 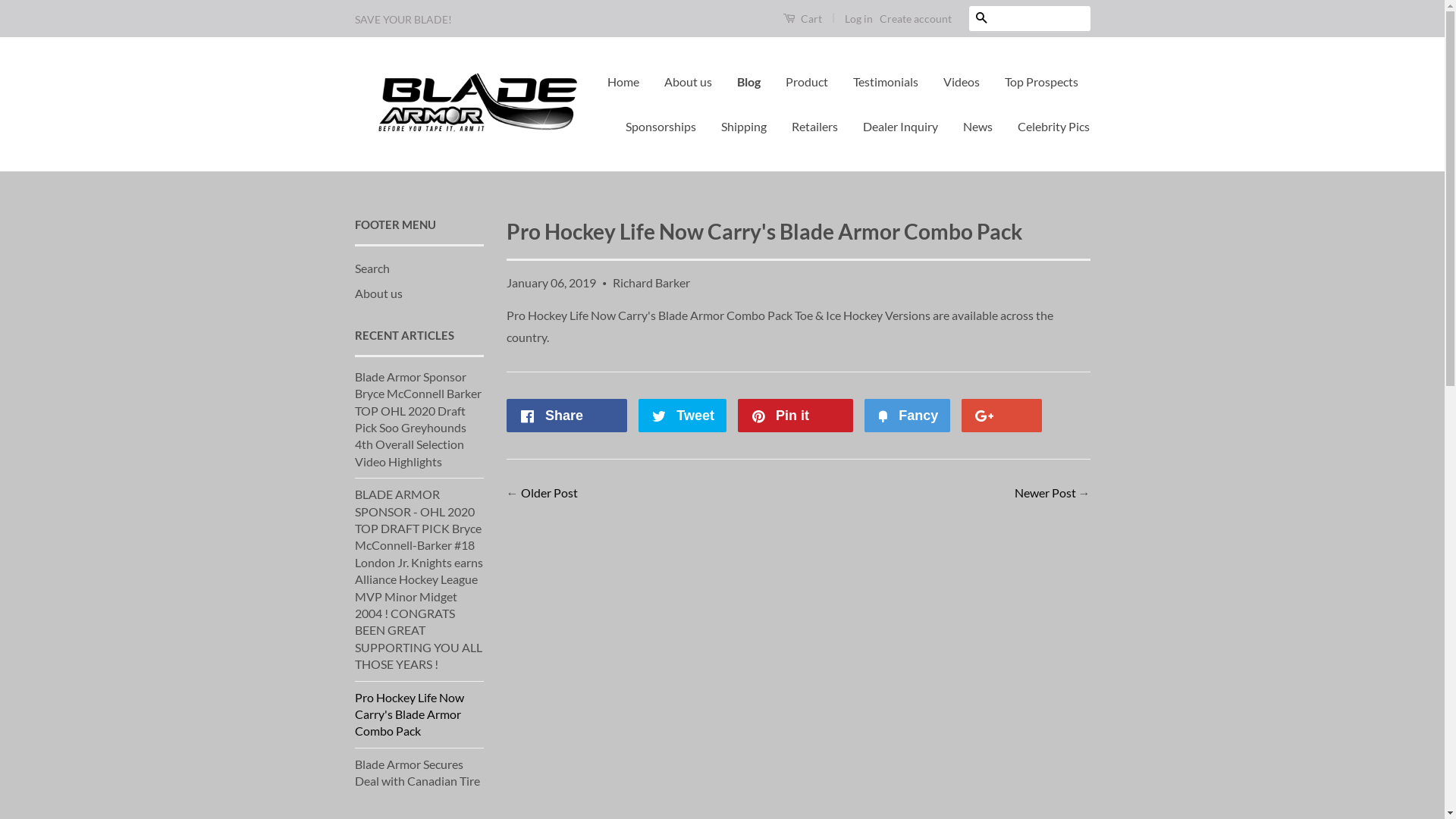 What do you see at coordinates (417, 772) in the screenshot?
I see `'Blade Armor Secures Deal with Canadian Tire'` at bounding box center [417, 772].